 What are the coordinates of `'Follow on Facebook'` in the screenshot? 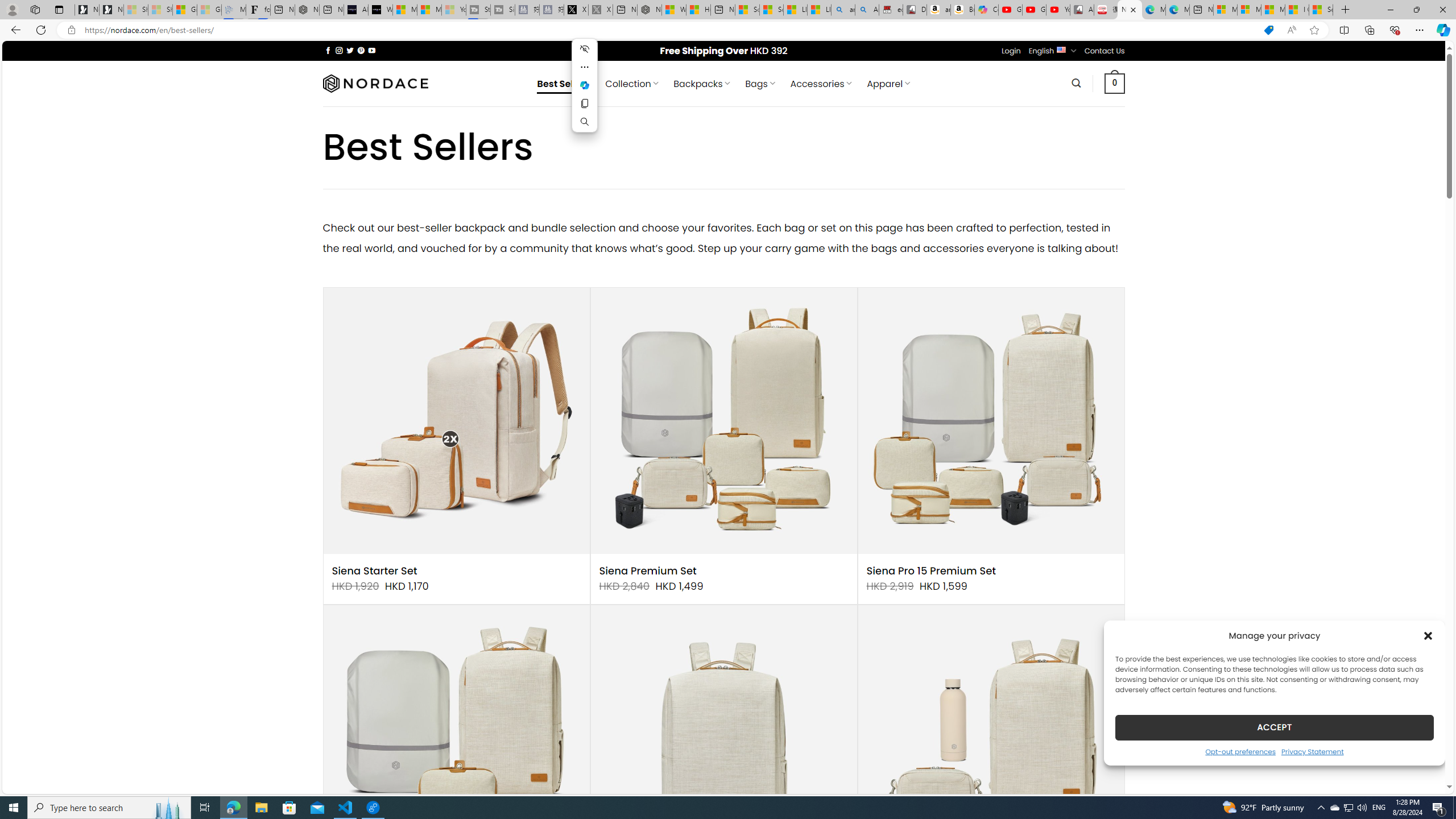 It's located at (328, 50).